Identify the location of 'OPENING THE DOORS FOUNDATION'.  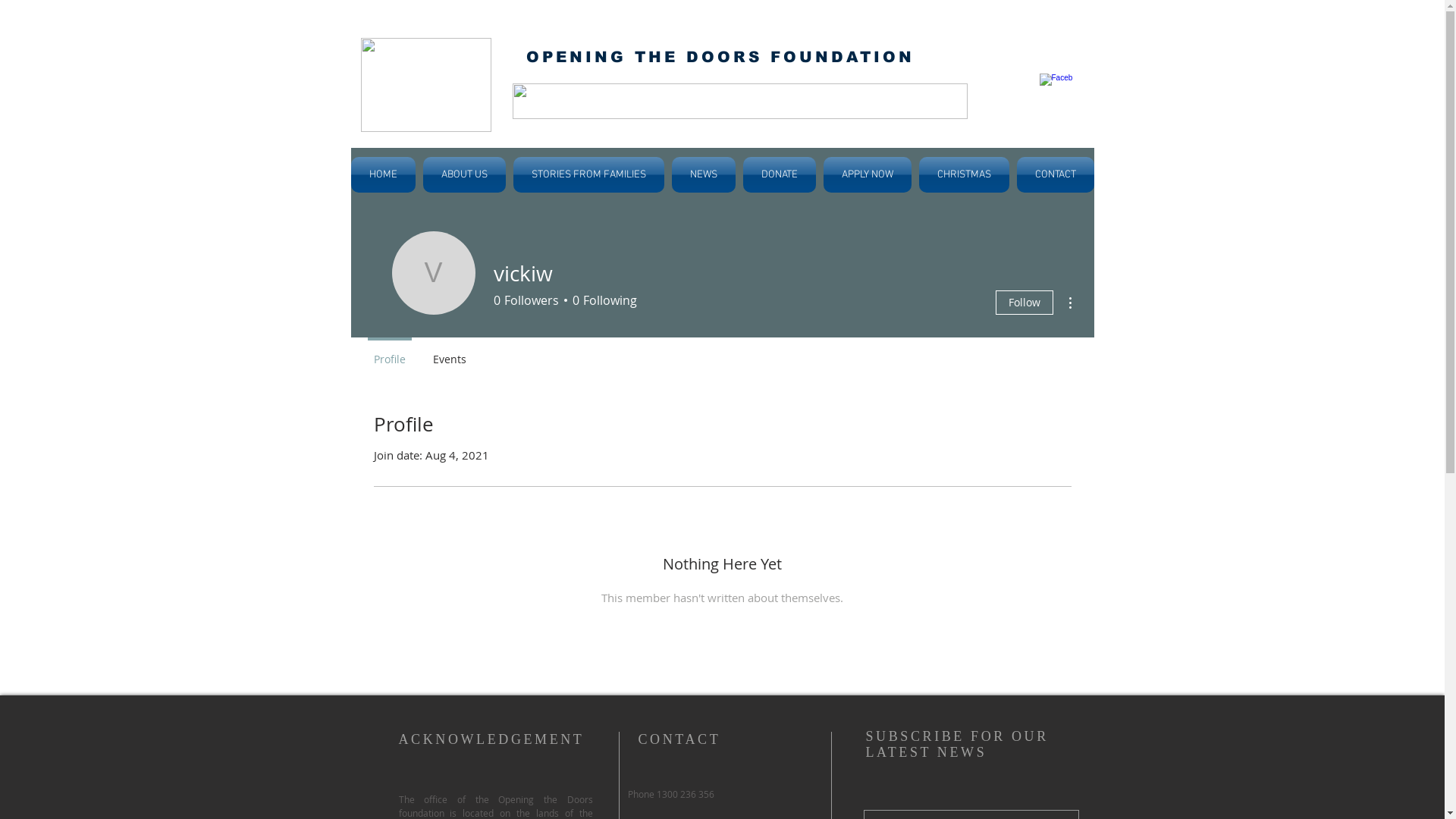
(720, 55).